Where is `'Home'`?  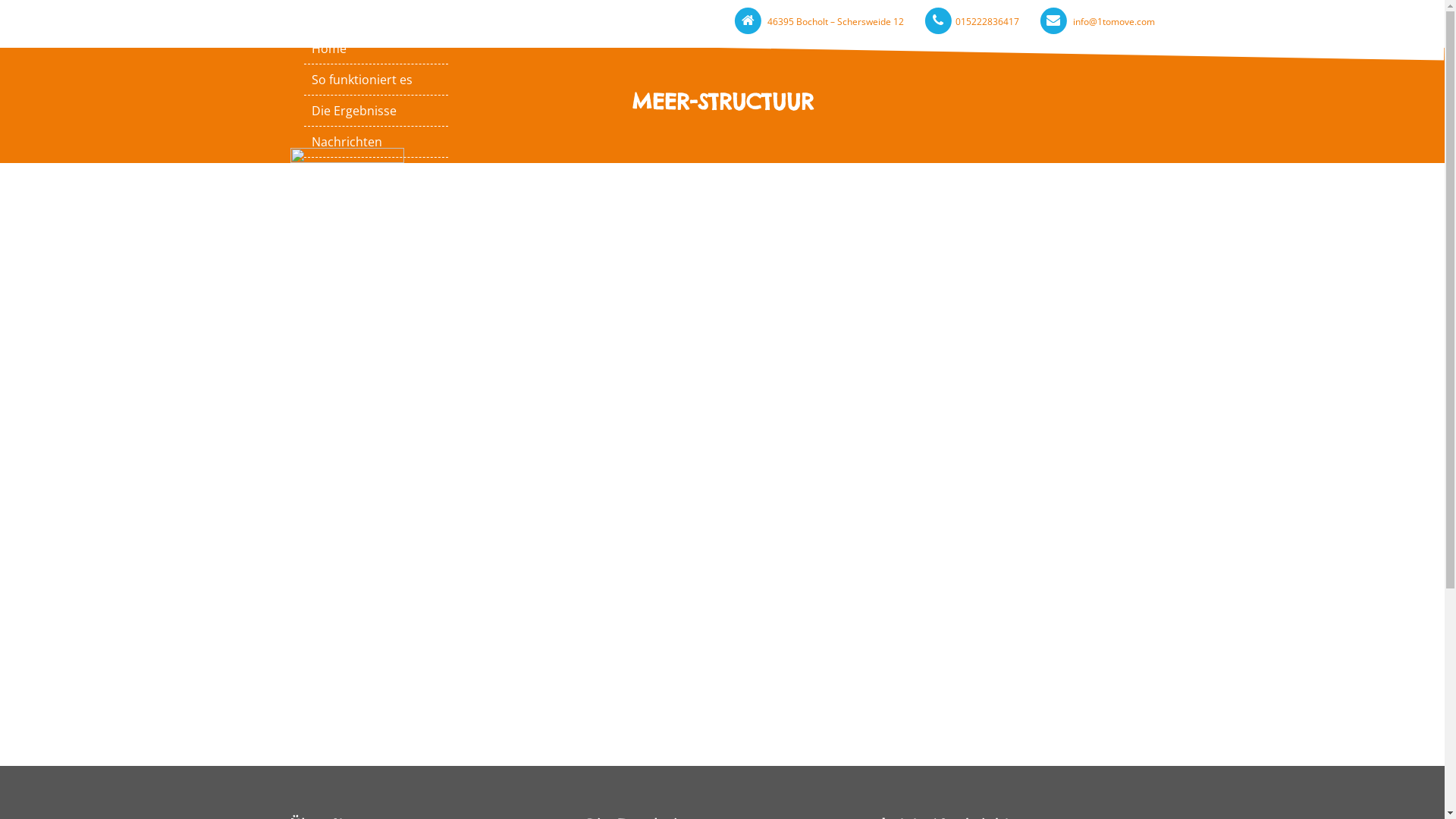
'Home' is located at coordinates (303, 48).